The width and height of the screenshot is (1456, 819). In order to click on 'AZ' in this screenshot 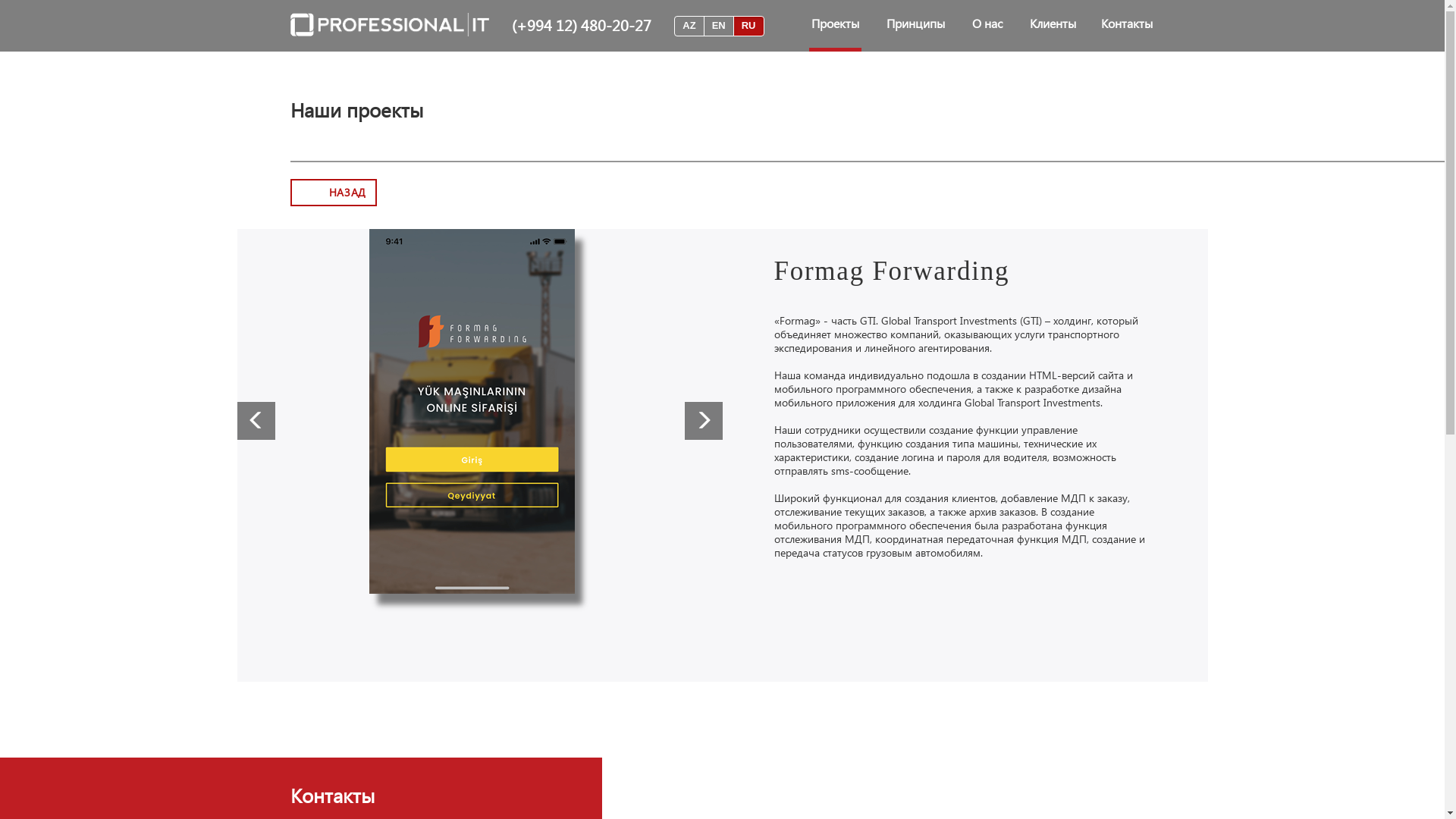, I will do `click(688, 26)`.